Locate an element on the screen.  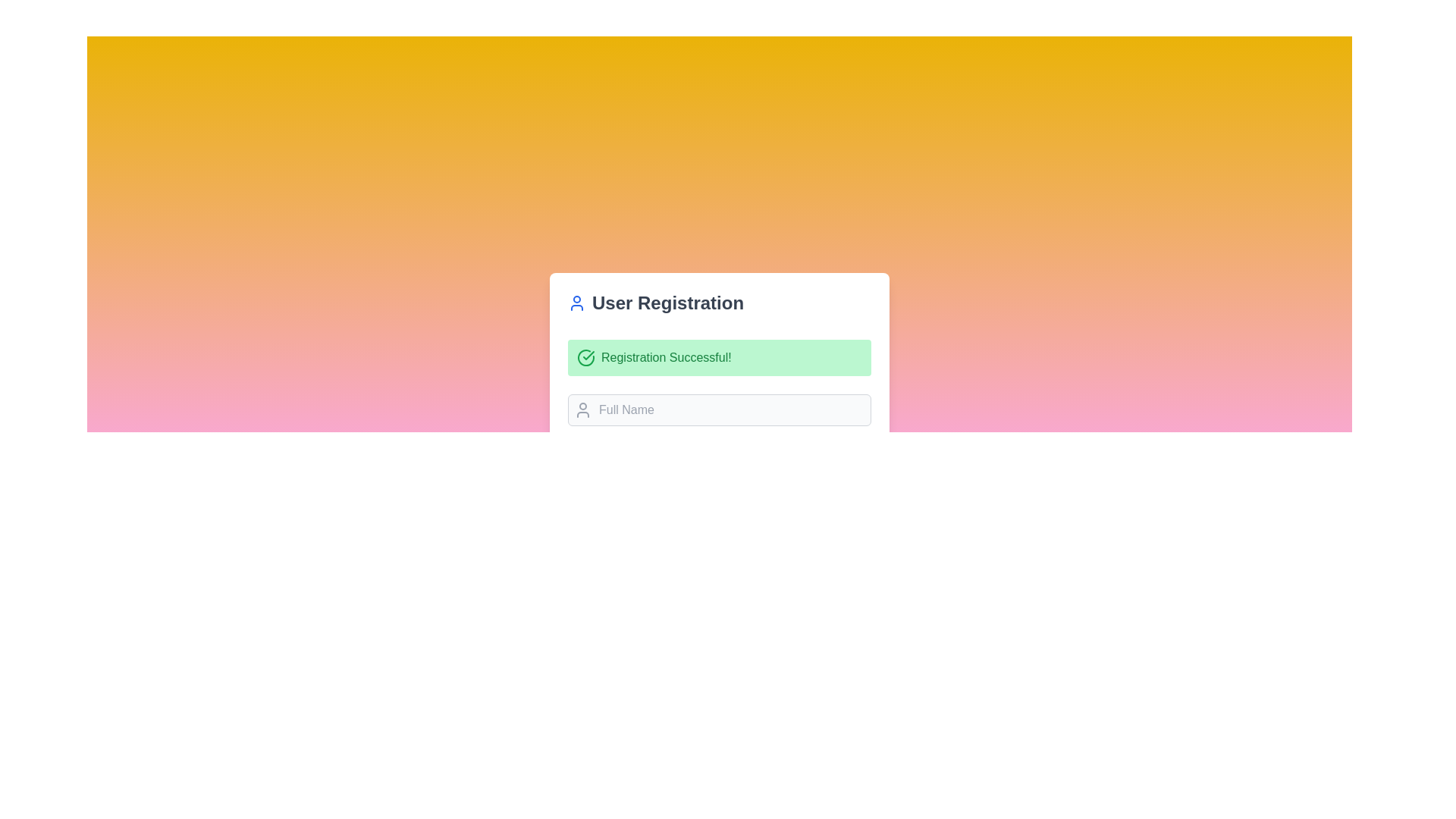
the user profile icon located to the left of the 'User Registration' text is located at coordinates (576, 303).